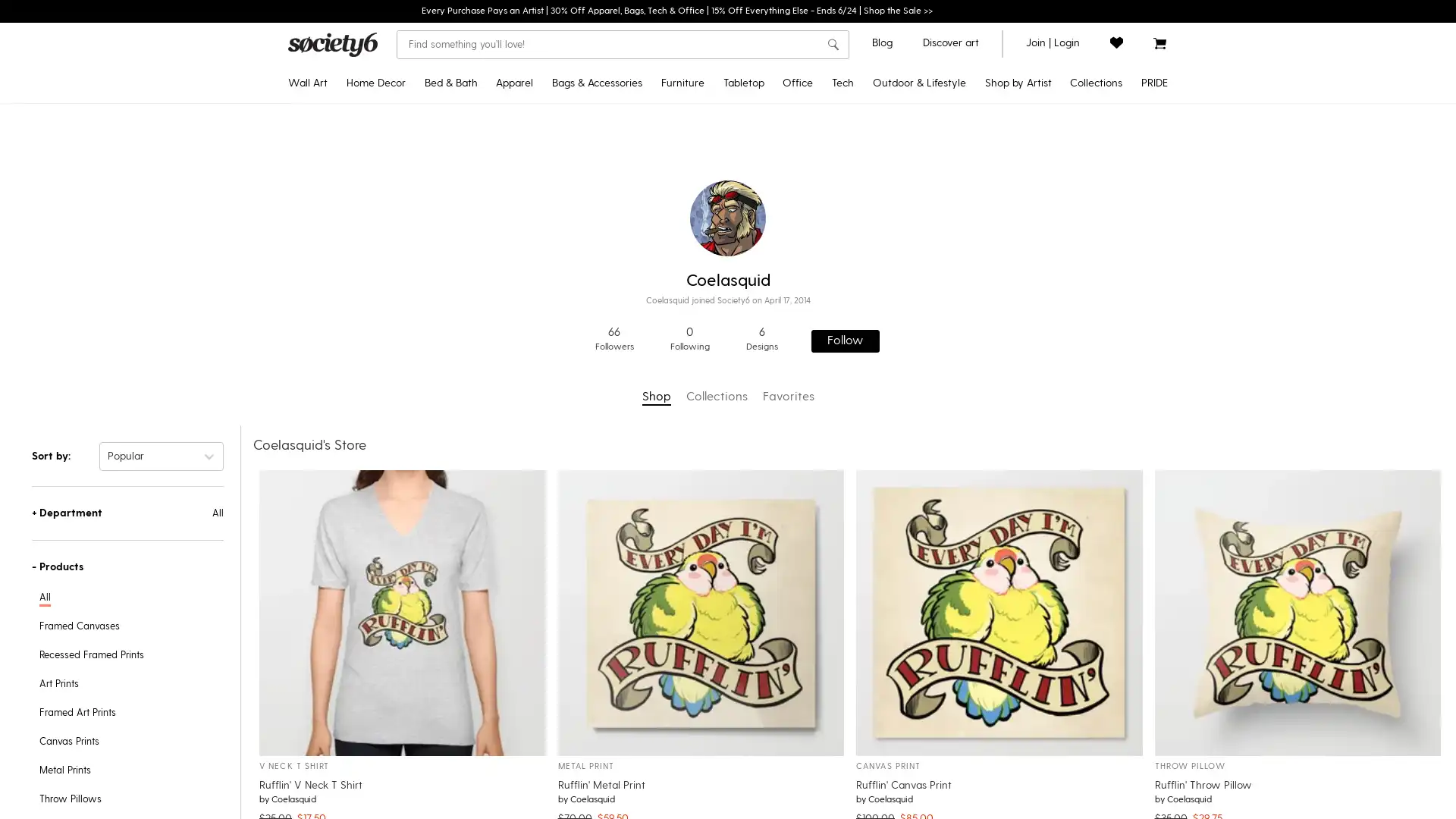 This screenshot has width=1456, height=819. What do you see at coordinates (835, 317) in the screenshot?
I see `Stationery Cards` at bounding box center [835, 317].